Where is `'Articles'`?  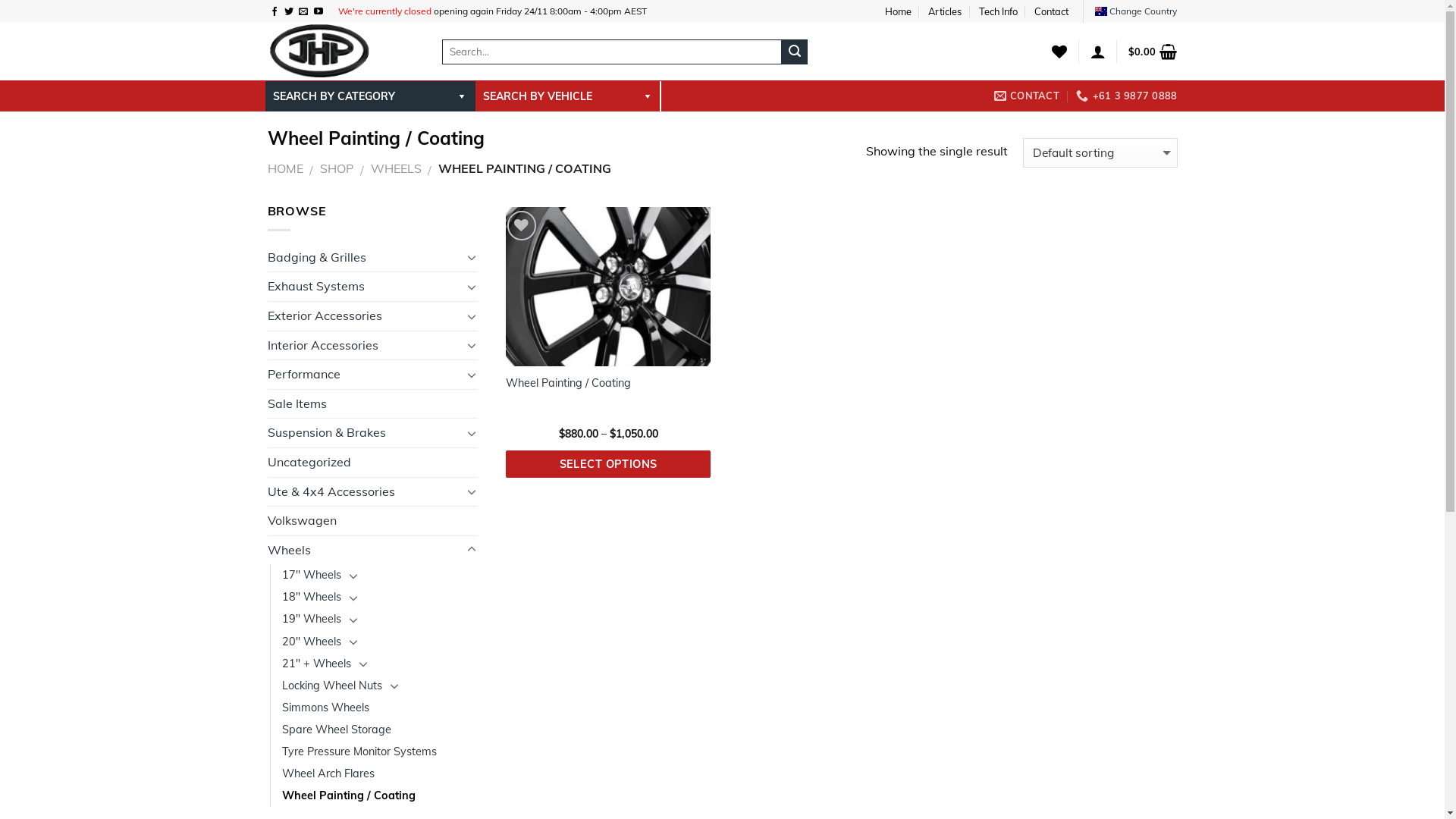
'Articles' is located at coordinates (944, 11).